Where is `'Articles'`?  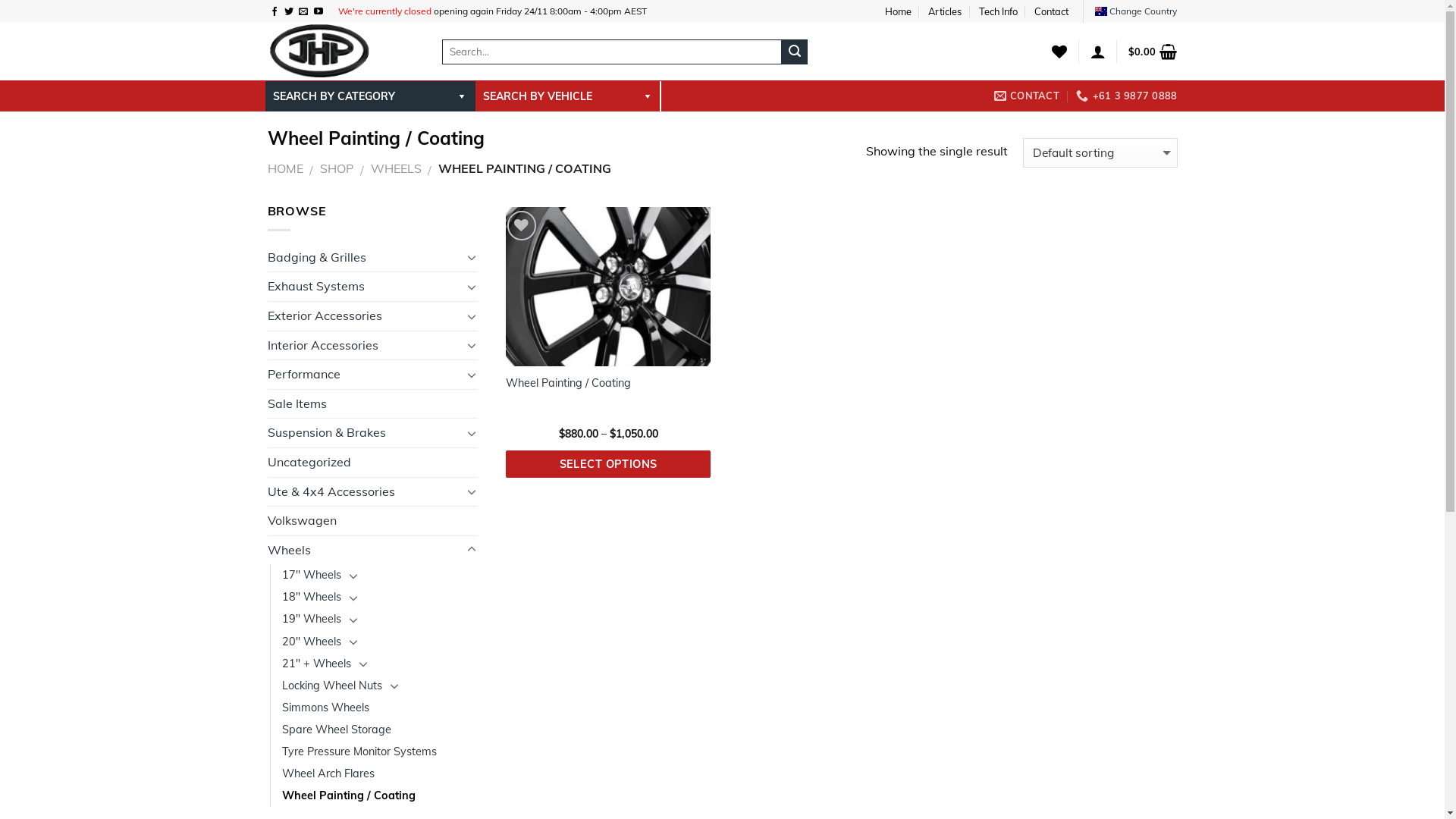
'Articles' is located at coordinates (944, 11).